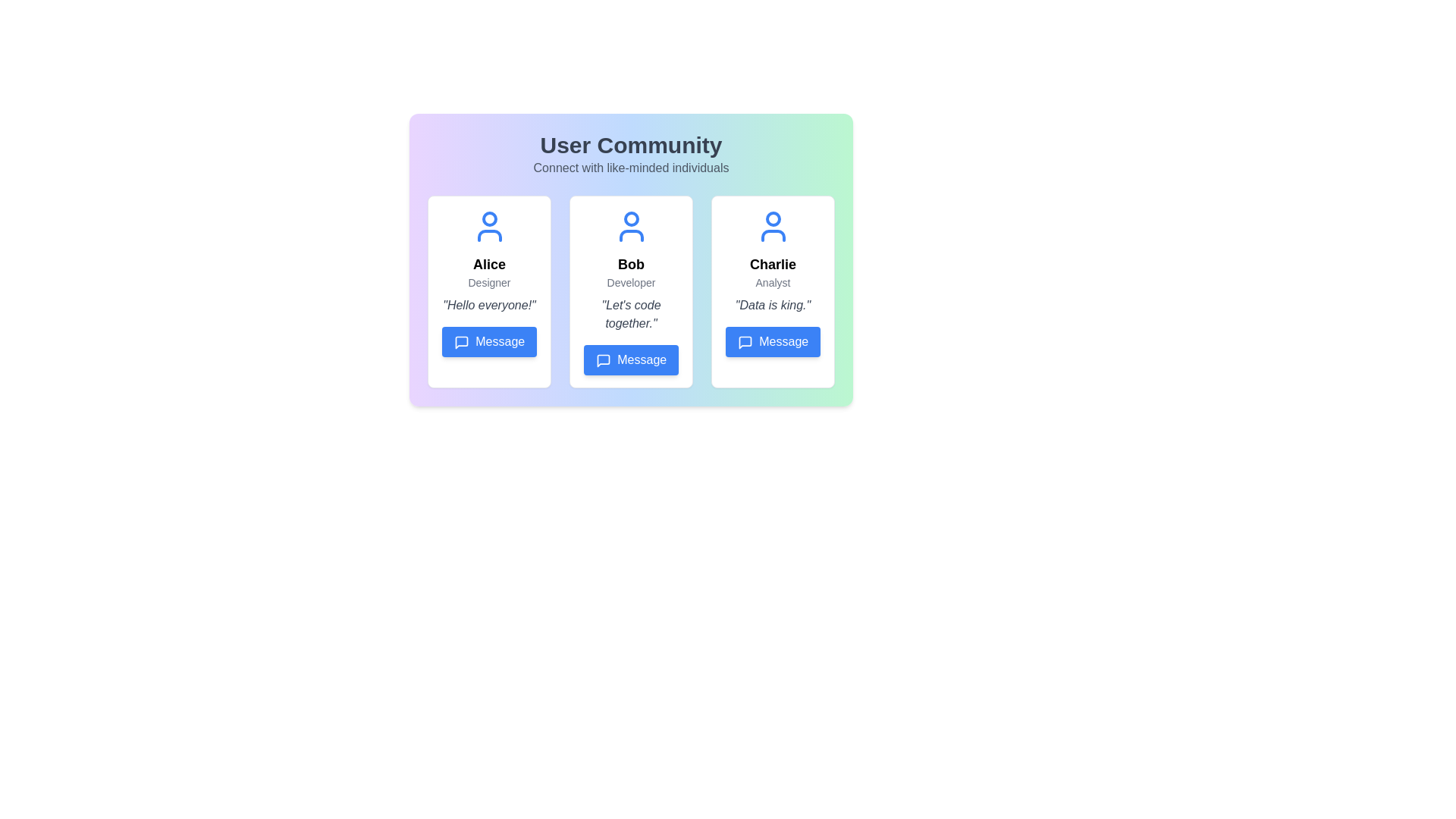 This screenshot has height=819, width=1456. What do you see at coordinates (631, 168) in the screenshot?
I see `the static text element located directly below the 'User Community' title, which serves as a subheading or descriptive text` at bounding box center [631, 168].